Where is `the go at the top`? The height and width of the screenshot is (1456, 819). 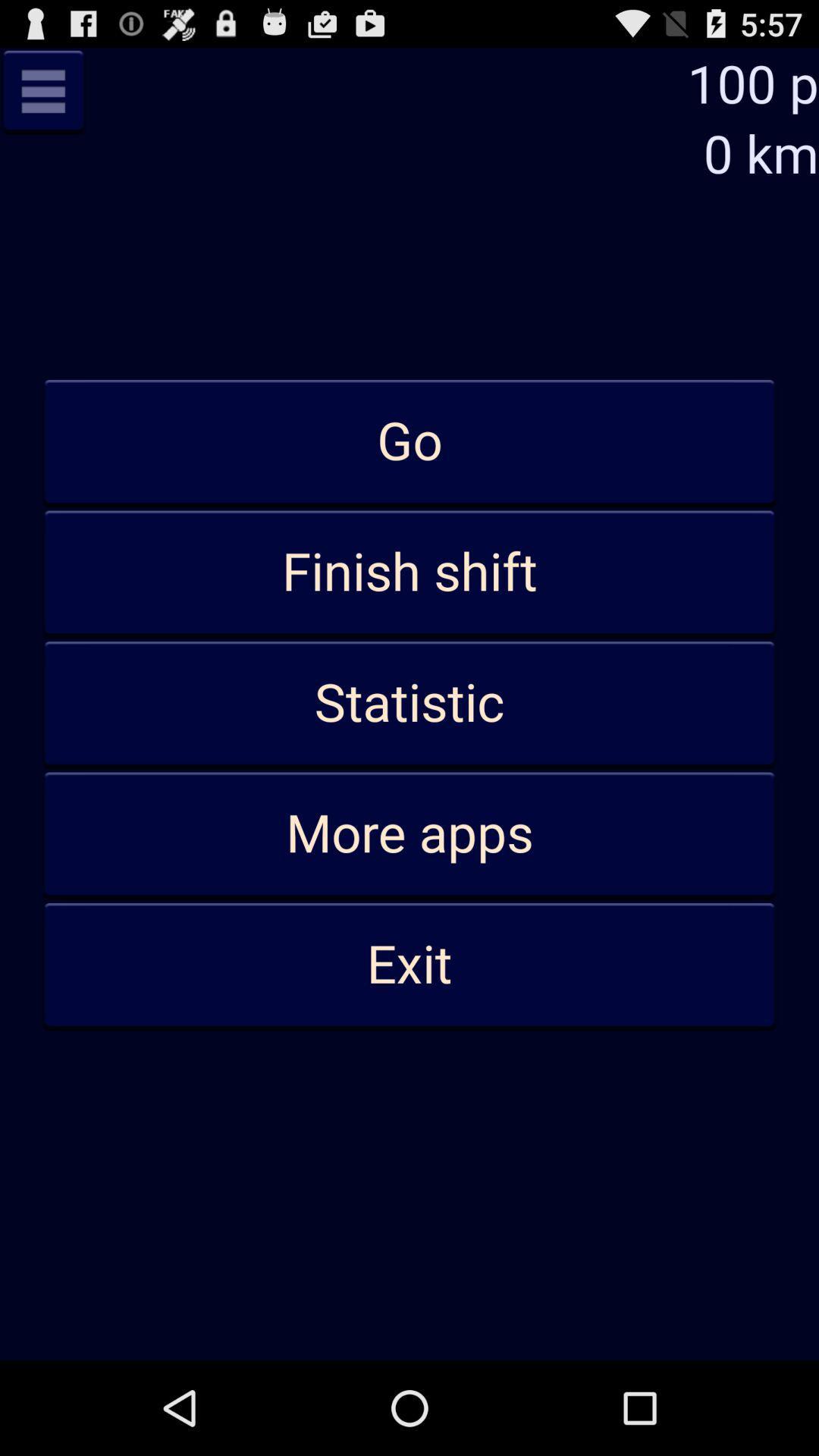 the go at the top is located at coordinates (409, 441).